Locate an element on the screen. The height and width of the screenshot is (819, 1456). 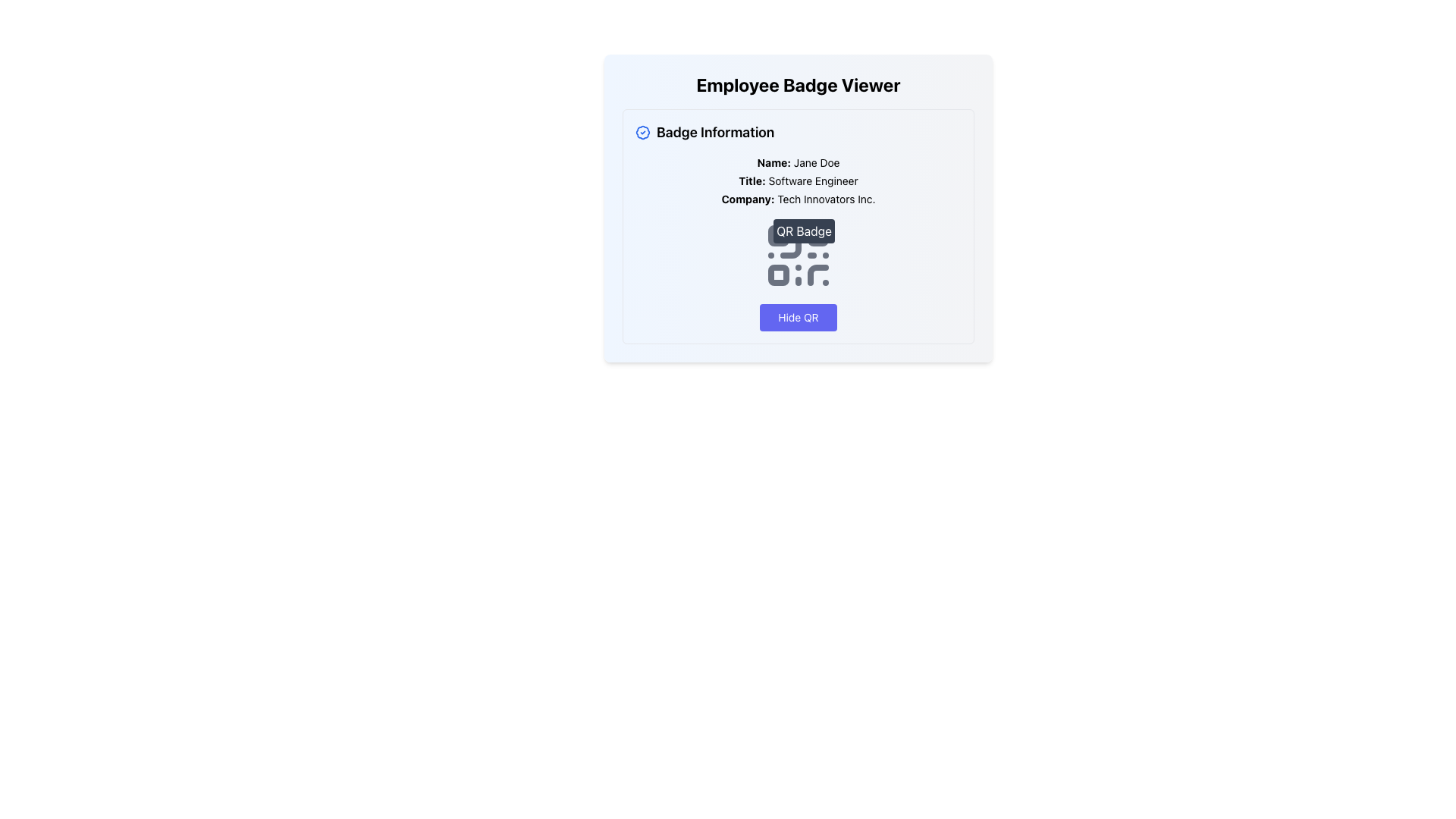
the graphical QR code element labeled 'QR Badge', which is located below the employee information section and above the 'Hide QR' button is located at coordinates (797, 254).